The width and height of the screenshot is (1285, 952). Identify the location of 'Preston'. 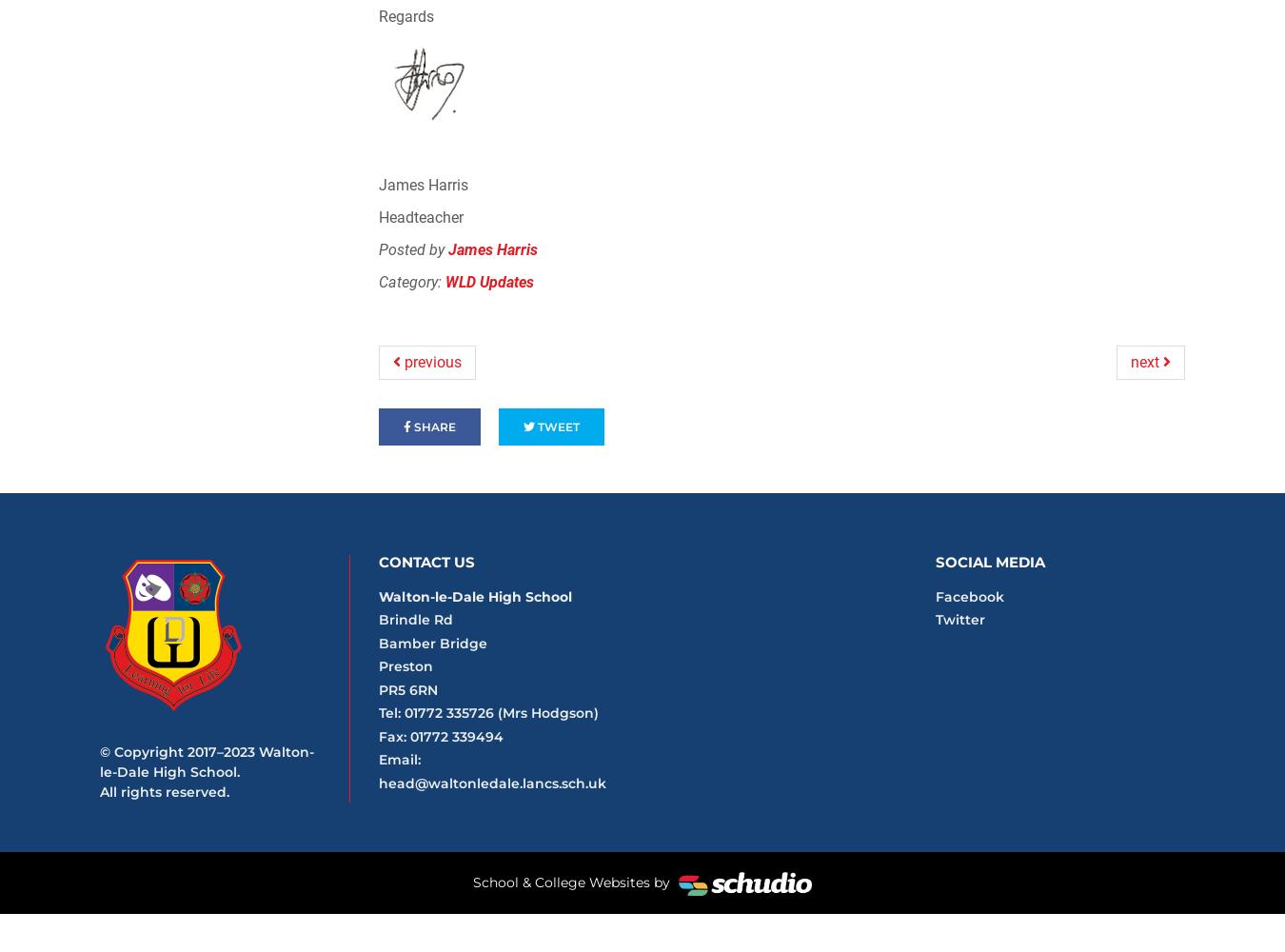
(378, 665).